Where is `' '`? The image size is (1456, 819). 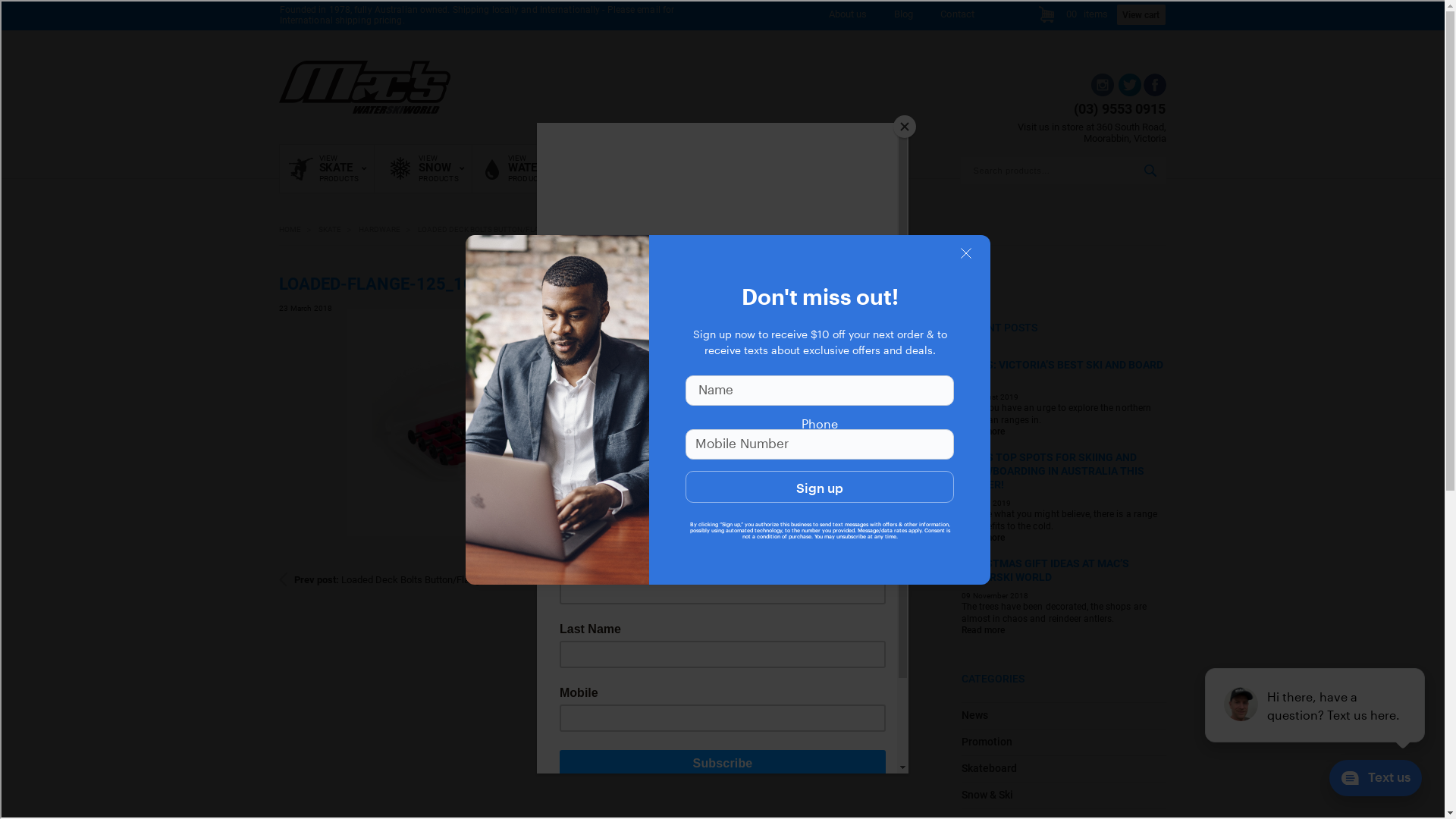 ' ' is located at coordinates (1128, 93).